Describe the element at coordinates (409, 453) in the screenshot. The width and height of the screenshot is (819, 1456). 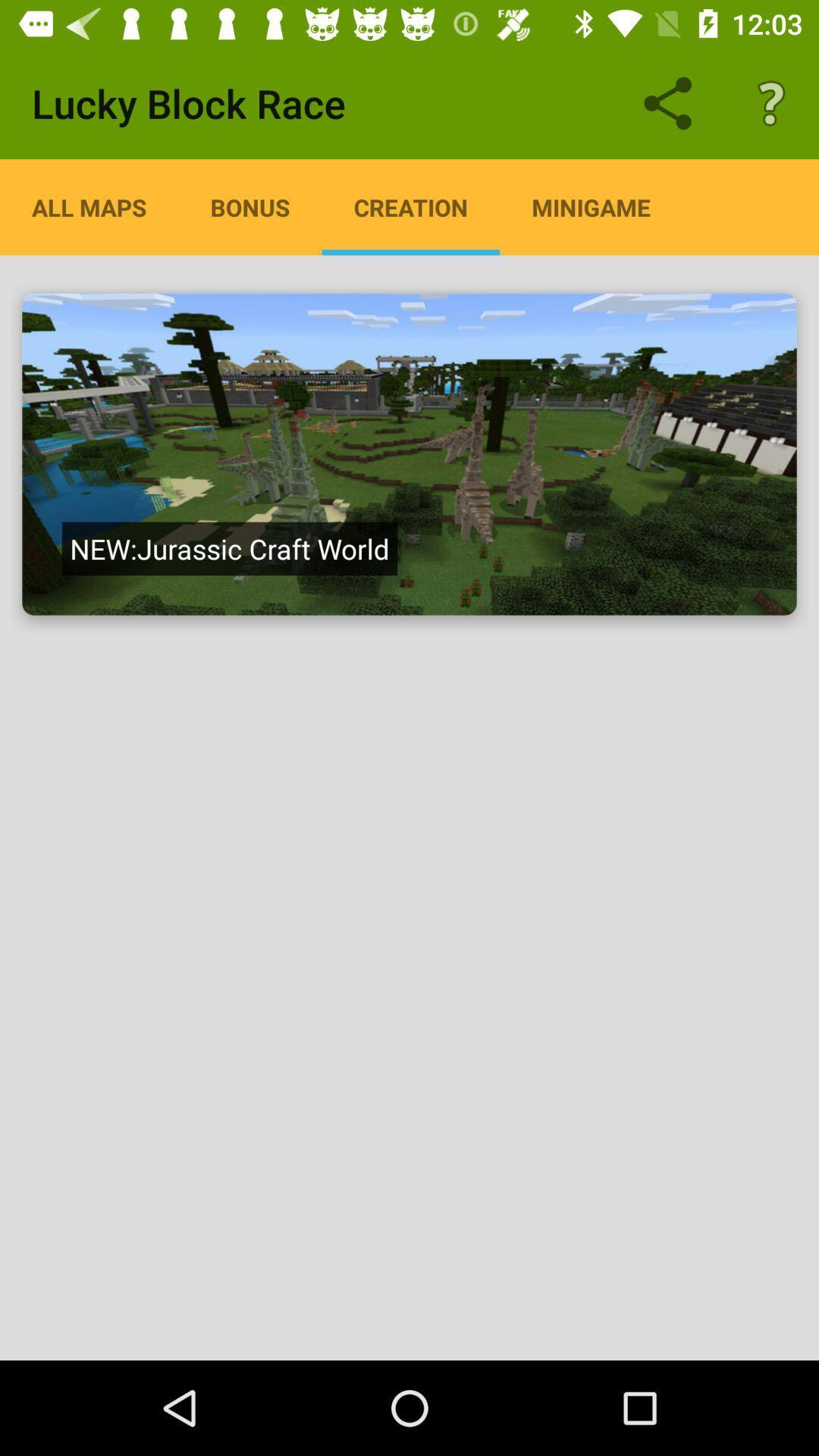
I see `creation` at that location.